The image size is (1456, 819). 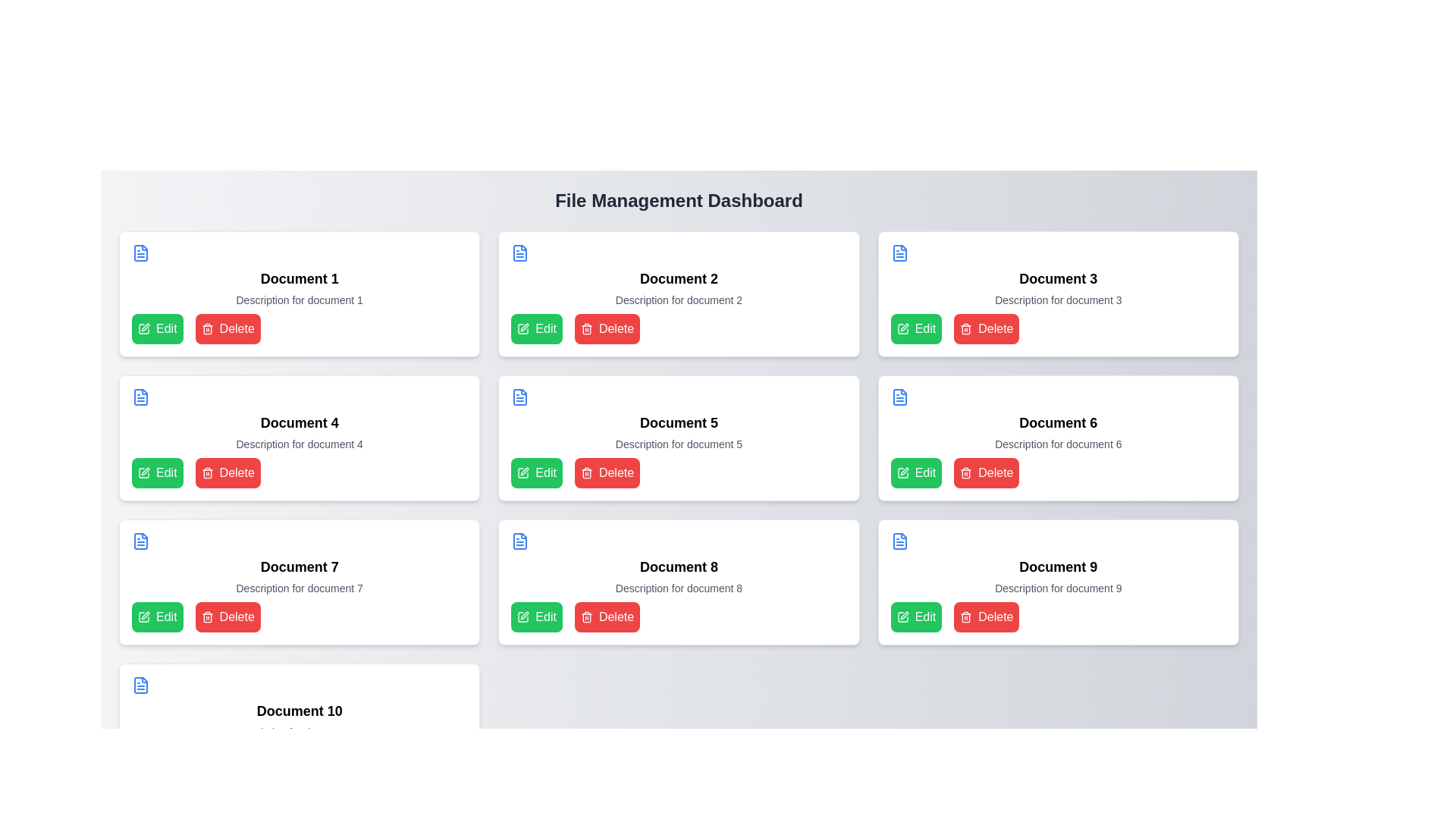 What do you see at coordinates (965, 473) in the screenshot?
I see `the rectangular part of the trash icon to trigger tooltip effects or visual changes` at bounding box center [965, 473].